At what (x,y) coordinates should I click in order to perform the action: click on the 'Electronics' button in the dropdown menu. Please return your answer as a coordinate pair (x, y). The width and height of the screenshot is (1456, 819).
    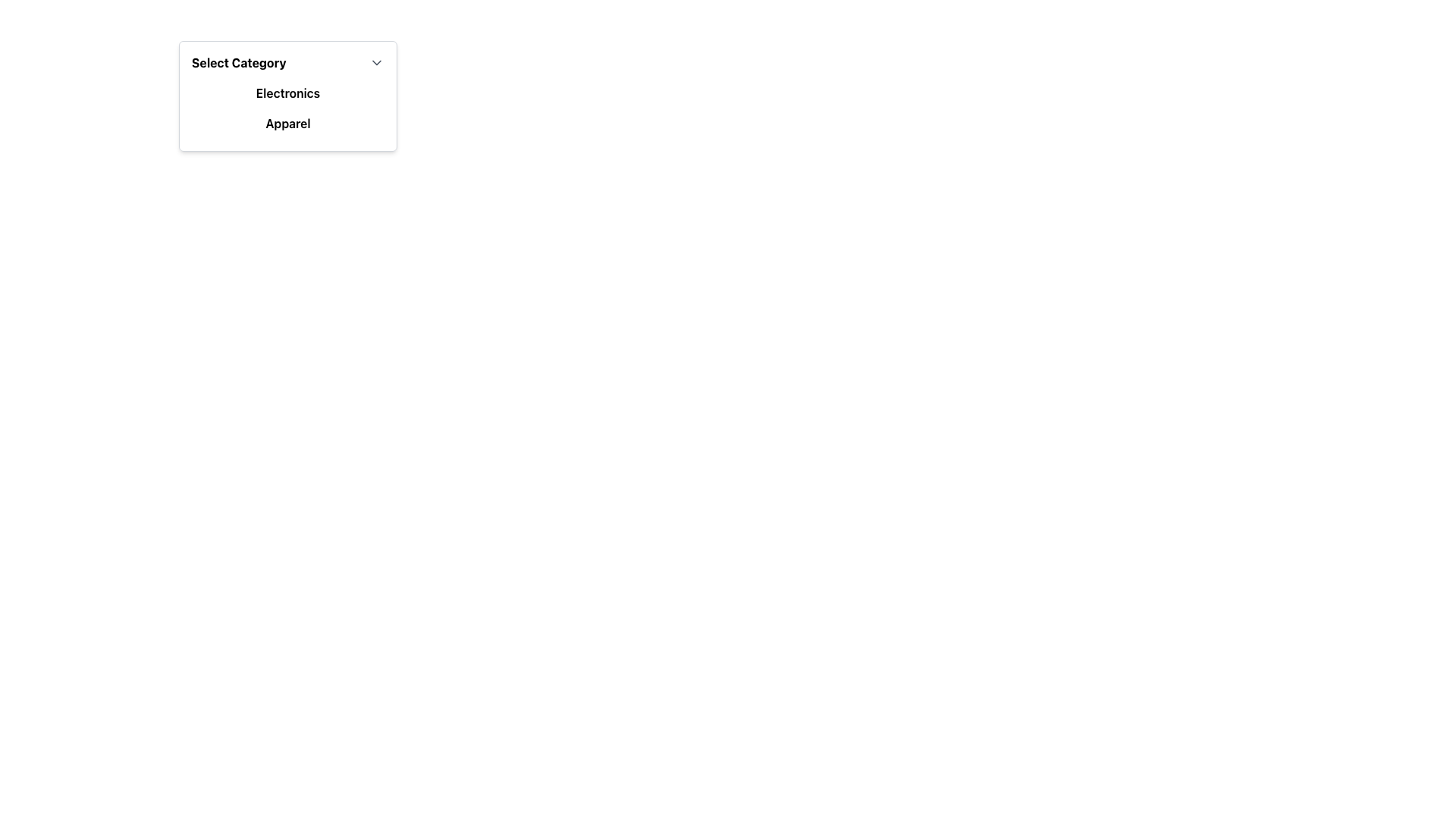
    Looking at the image, I should click on (287, 93).